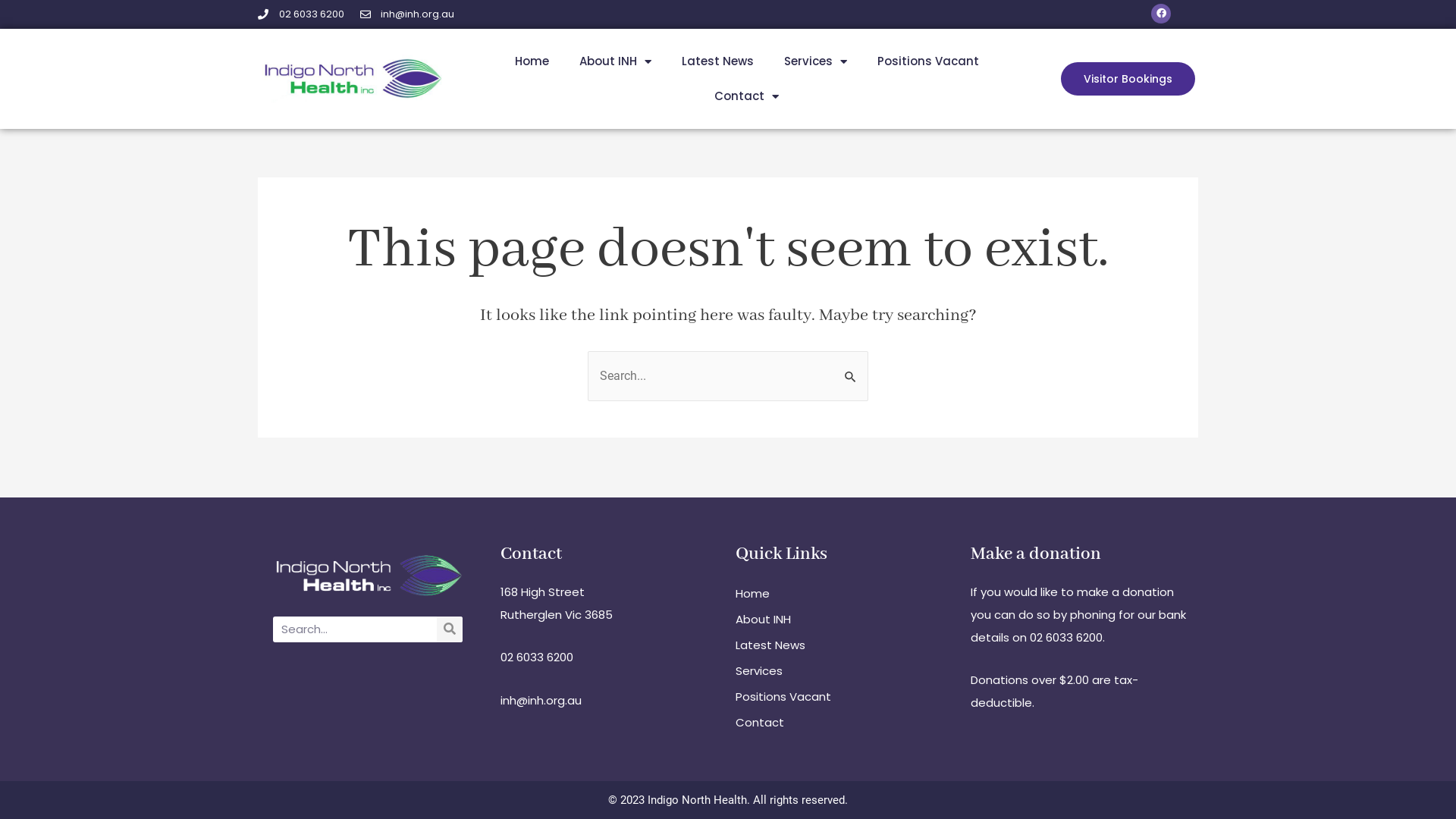 The height and width of the screenshot is (819, 1456). Describe the element at coordinates (1128, 79) in the screenshot. I see `'Visitor Bookings'` at that location.